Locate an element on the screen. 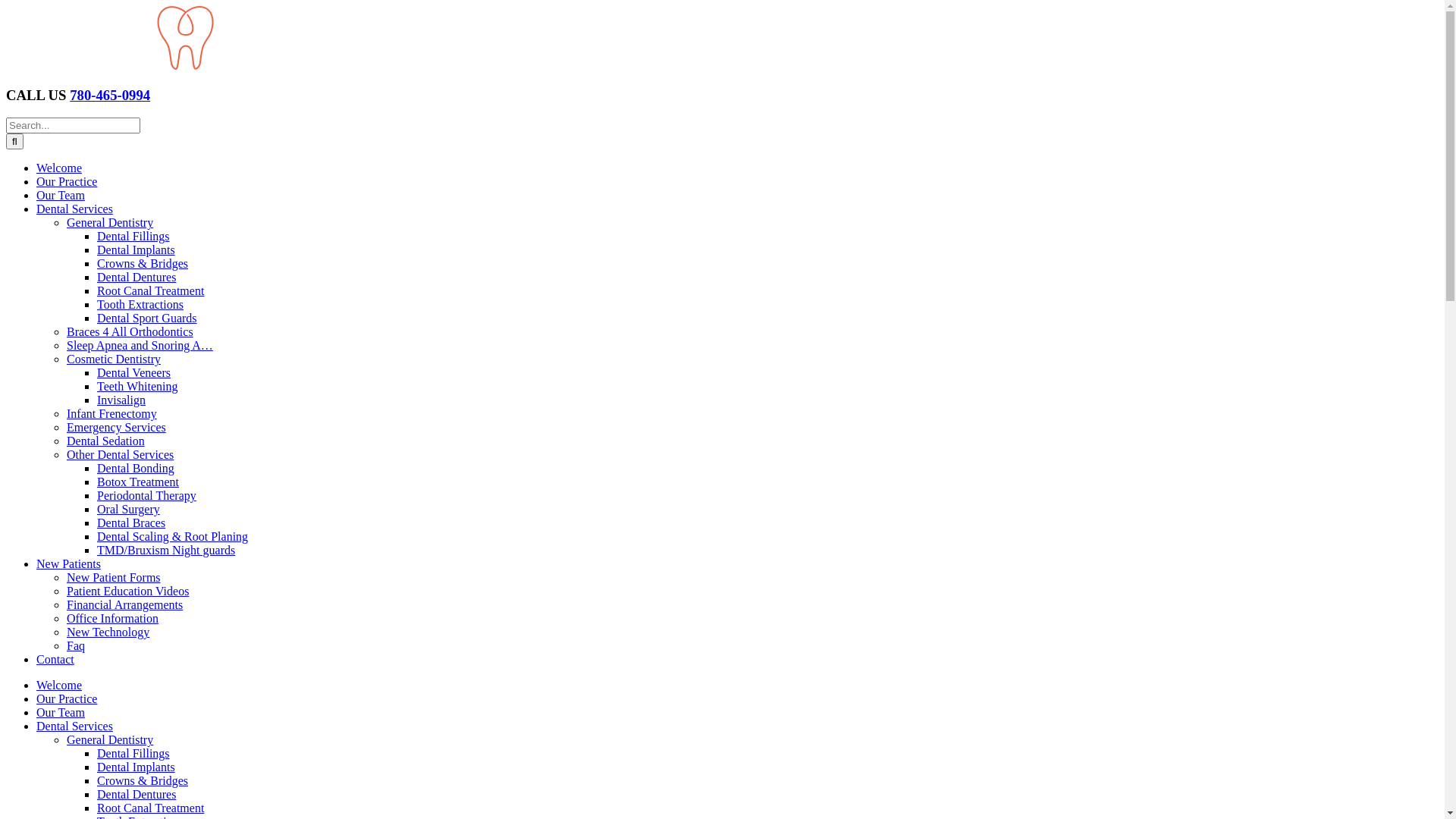 The width and height of the screenshot is (1456, 819). 'Braces 4 All Orthodontics' is located at coordinates (130, 331).